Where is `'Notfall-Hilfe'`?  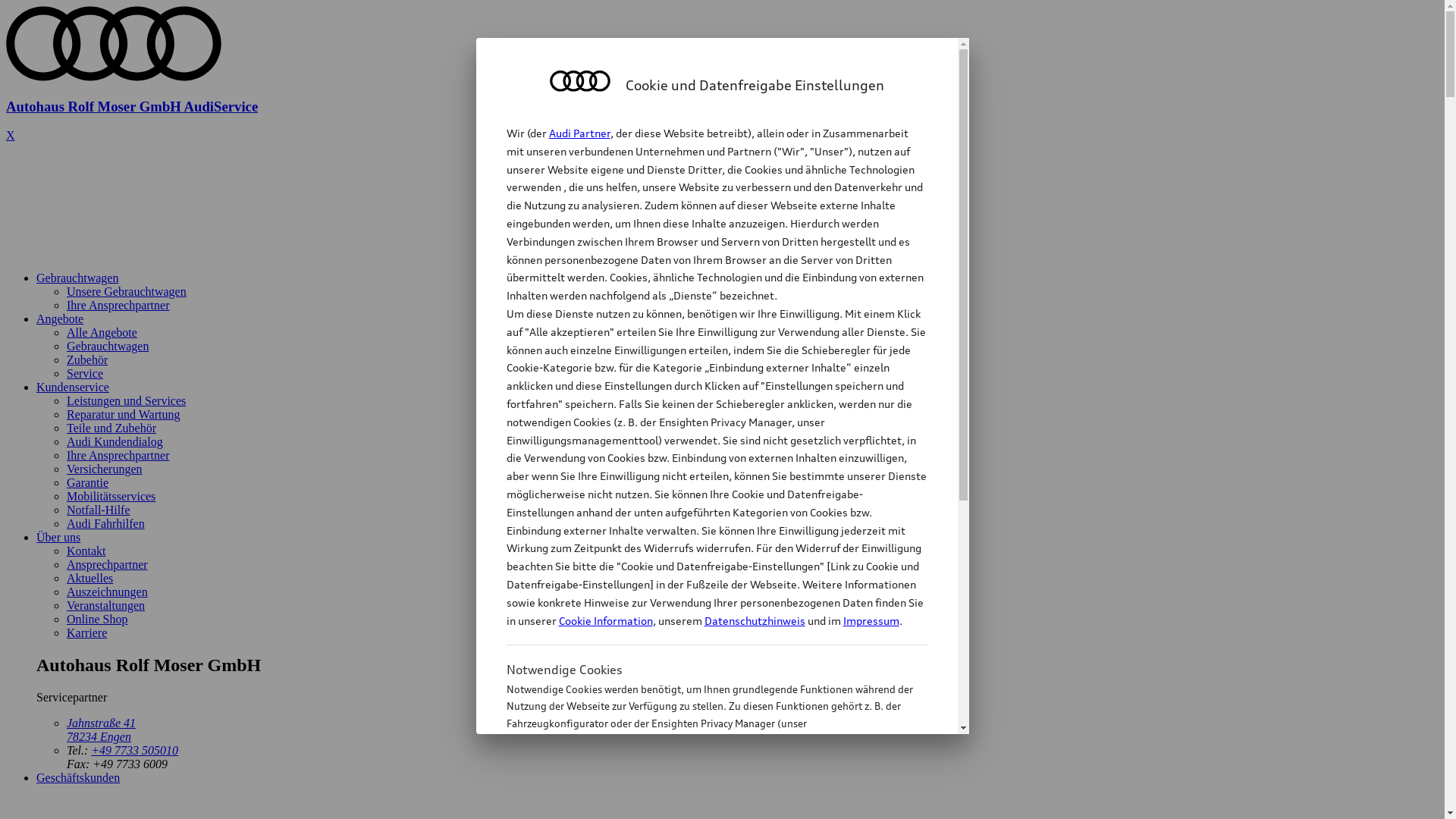 'Notfall-Hilfe' is located at coordinates (97, 510).